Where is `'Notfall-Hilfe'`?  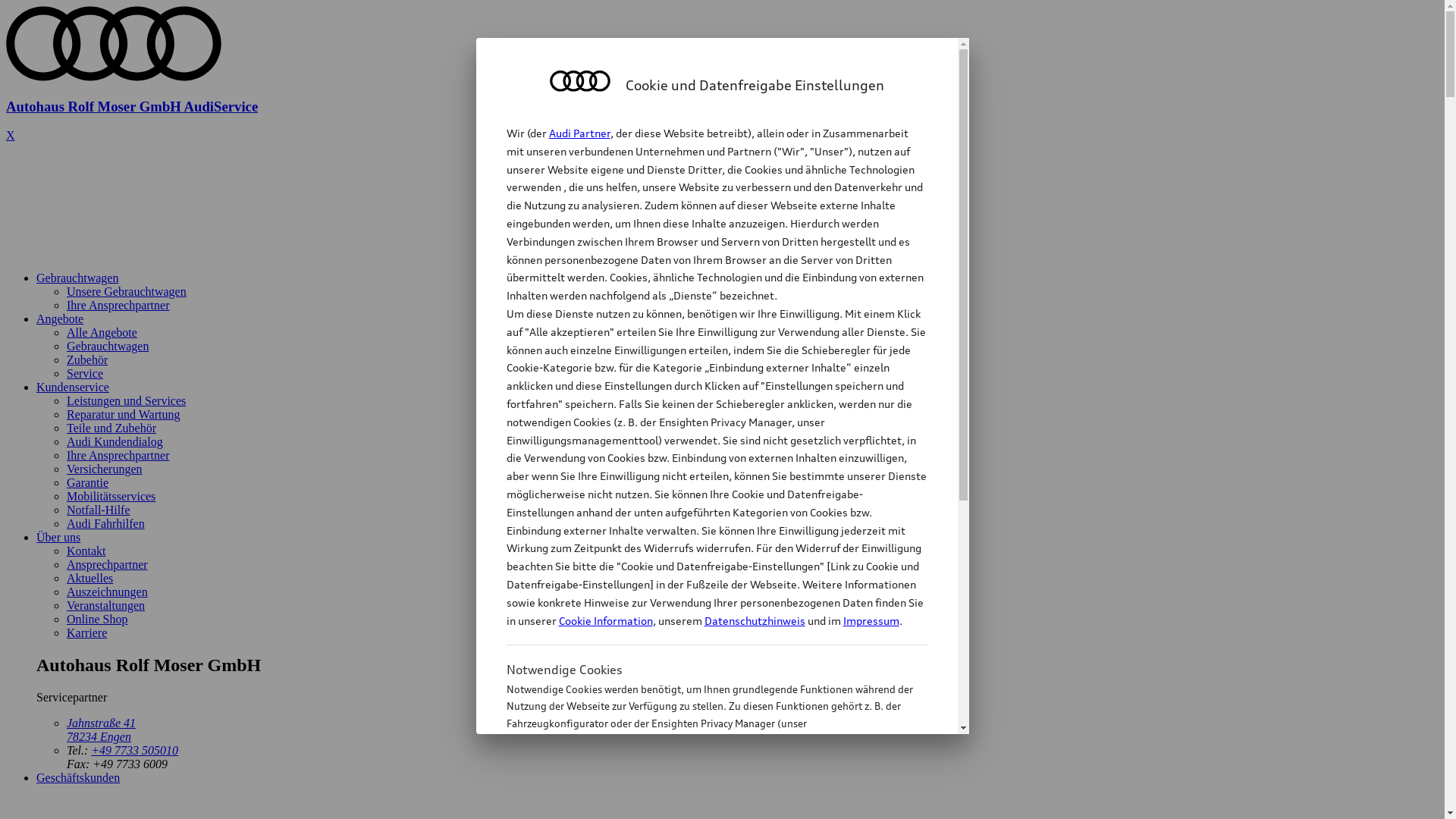 'Notfall-Hilfe' is located at coordinates (97, 510).